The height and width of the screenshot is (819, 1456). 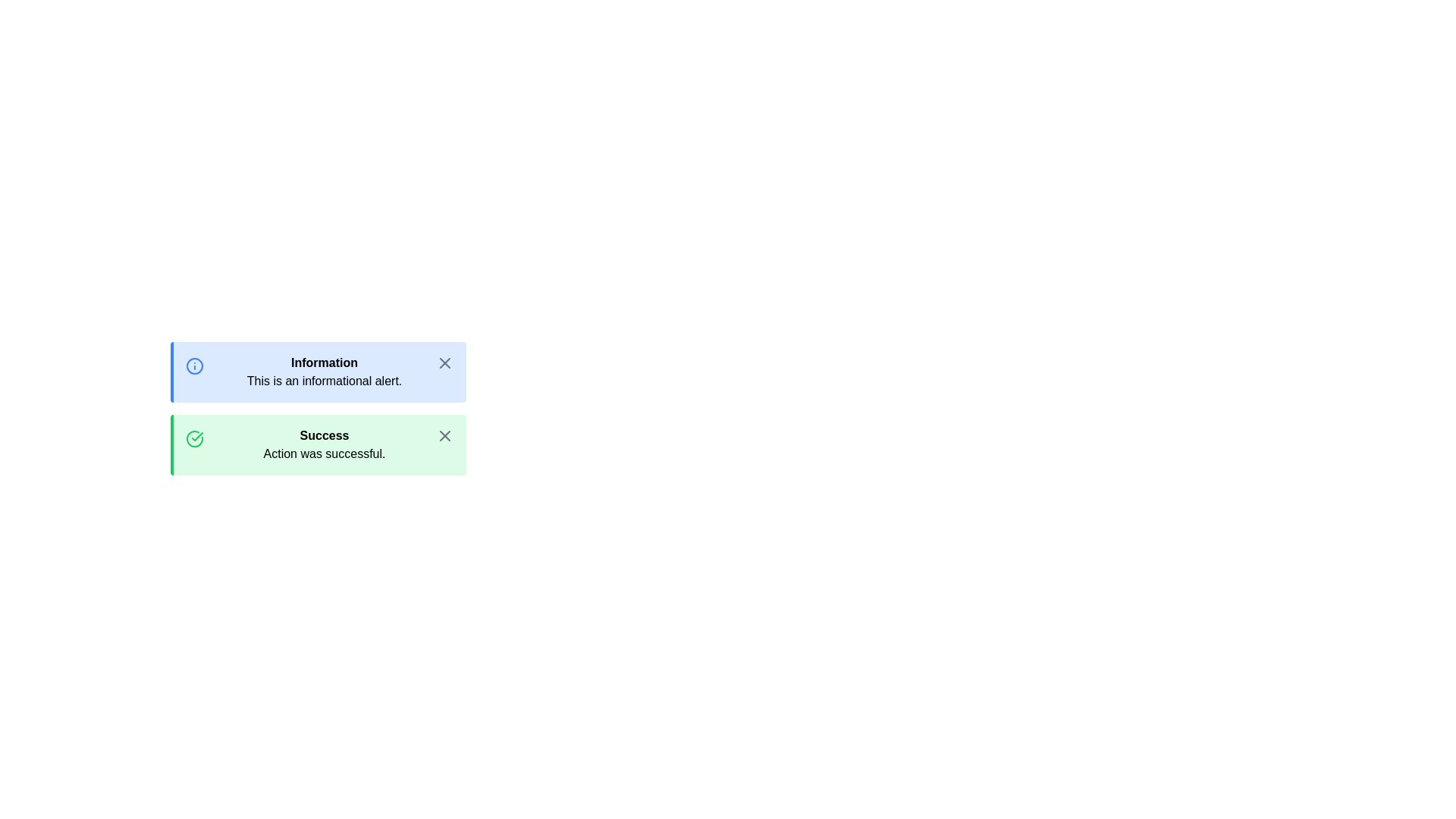 What do you see at coordinates (444, 362) in the screenshot?
I see `the Close Button, an 'X' icon located in the top-right corner of the blue alert box` at bounding box center [444, 362].